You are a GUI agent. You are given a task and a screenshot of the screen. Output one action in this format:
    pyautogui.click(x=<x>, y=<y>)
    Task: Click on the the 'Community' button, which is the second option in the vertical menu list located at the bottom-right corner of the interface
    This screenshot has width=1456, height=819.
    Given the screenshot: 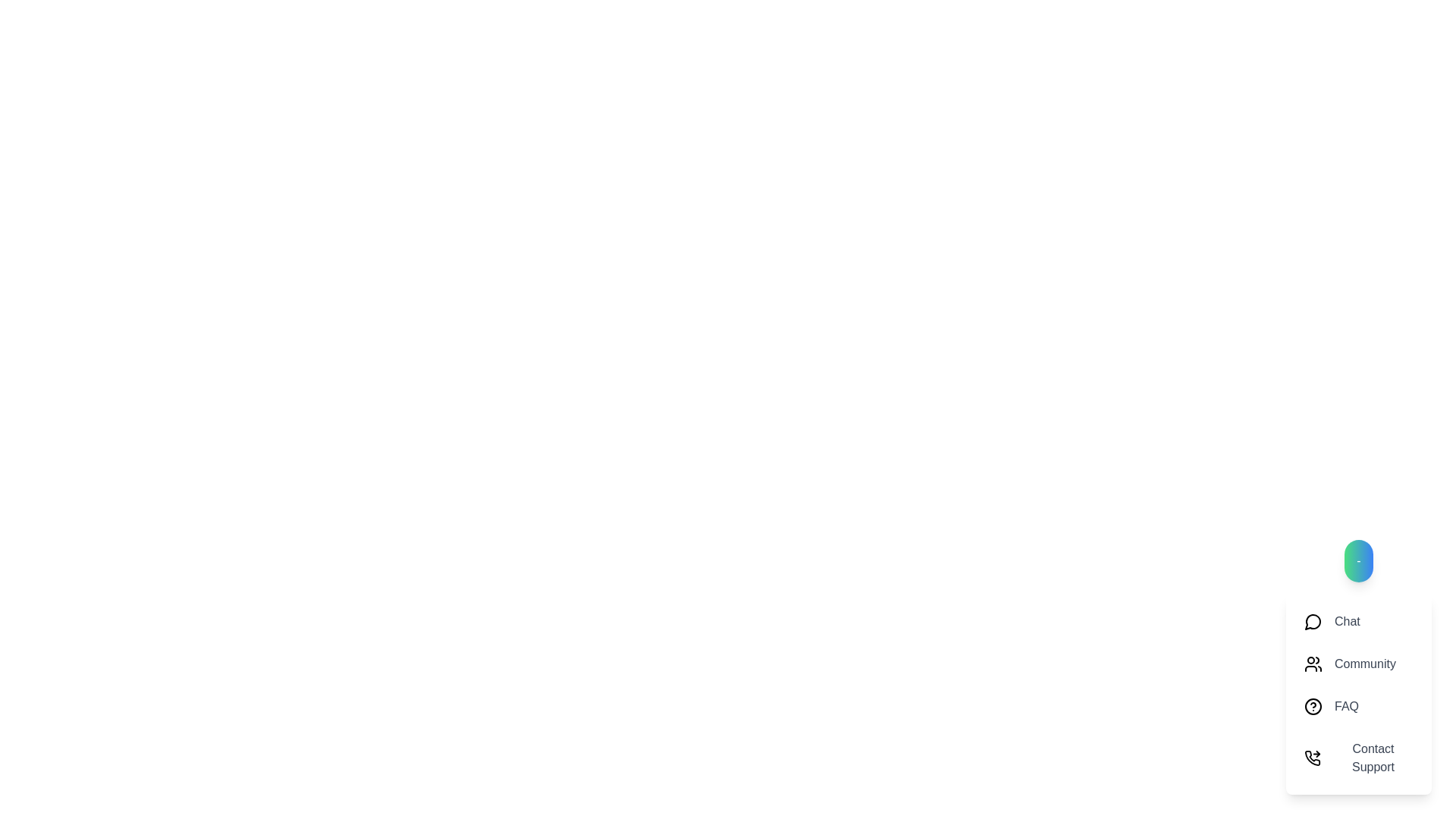 What is the action you would take?
    pyautogui.click(x=1358, y=666)
    